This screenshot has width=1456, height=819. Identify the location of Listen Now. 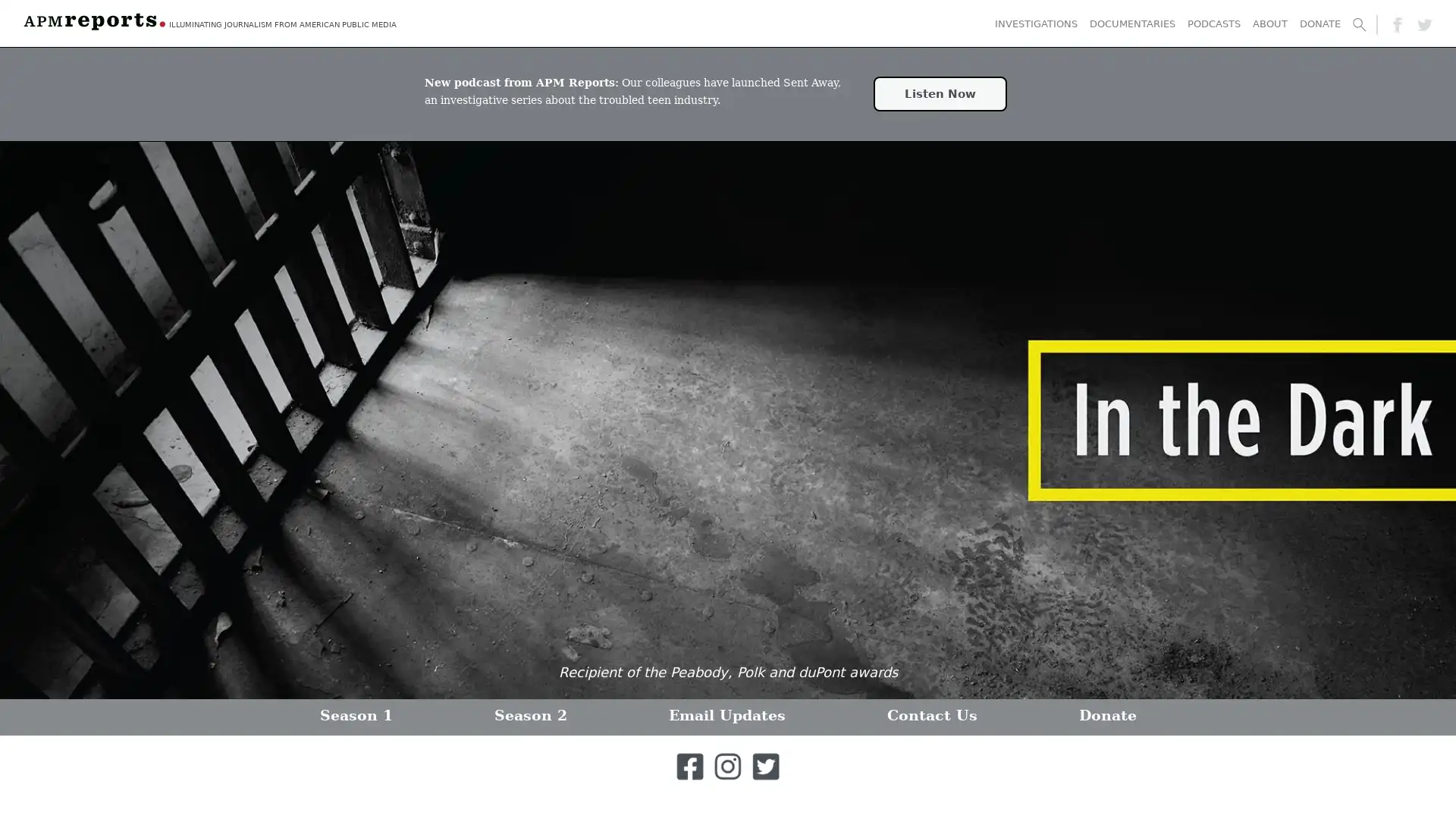
(939, 93).